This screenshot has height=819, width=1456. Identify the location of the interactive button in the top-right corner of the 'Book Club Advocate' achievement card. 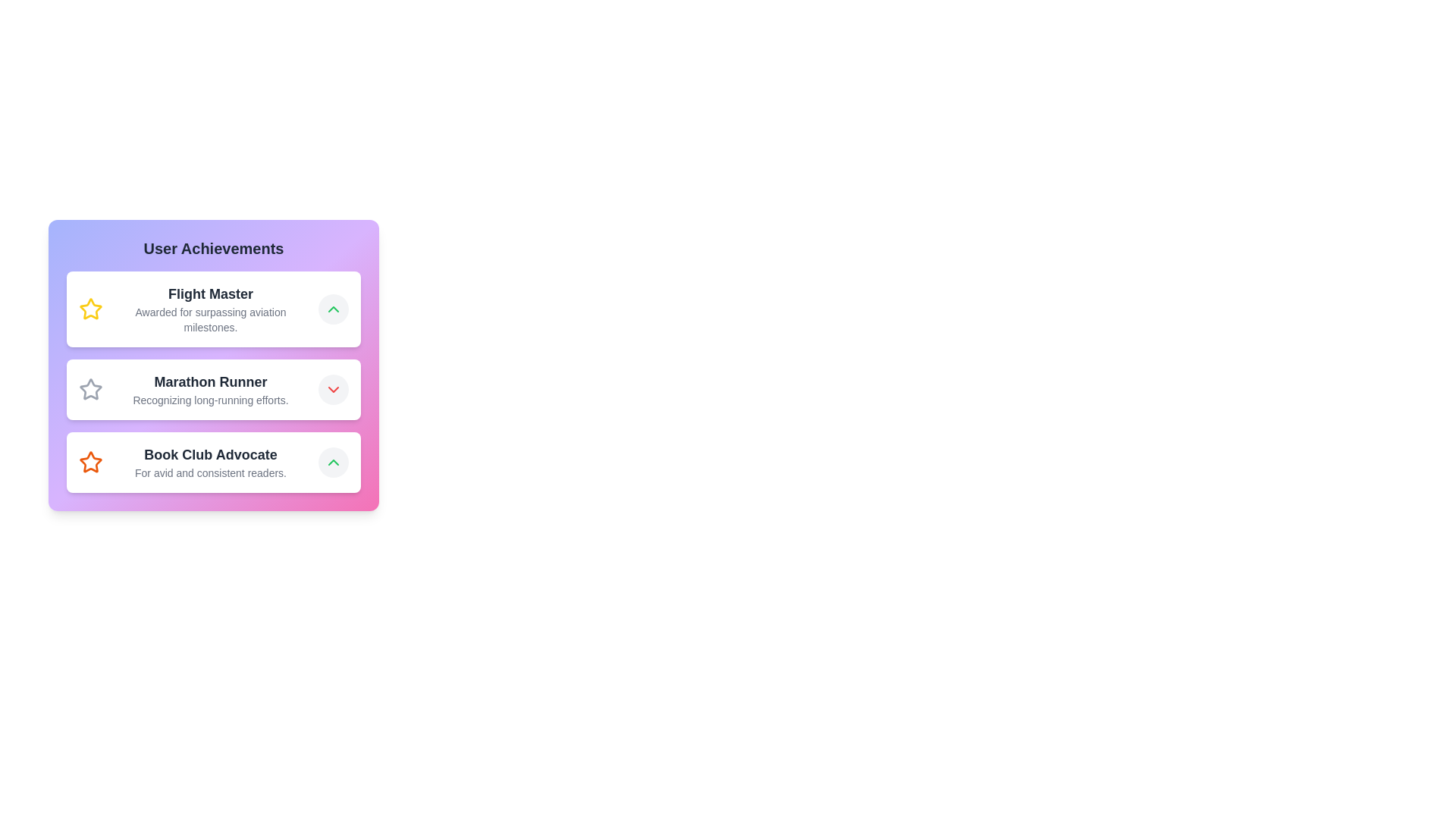
(333, 461).